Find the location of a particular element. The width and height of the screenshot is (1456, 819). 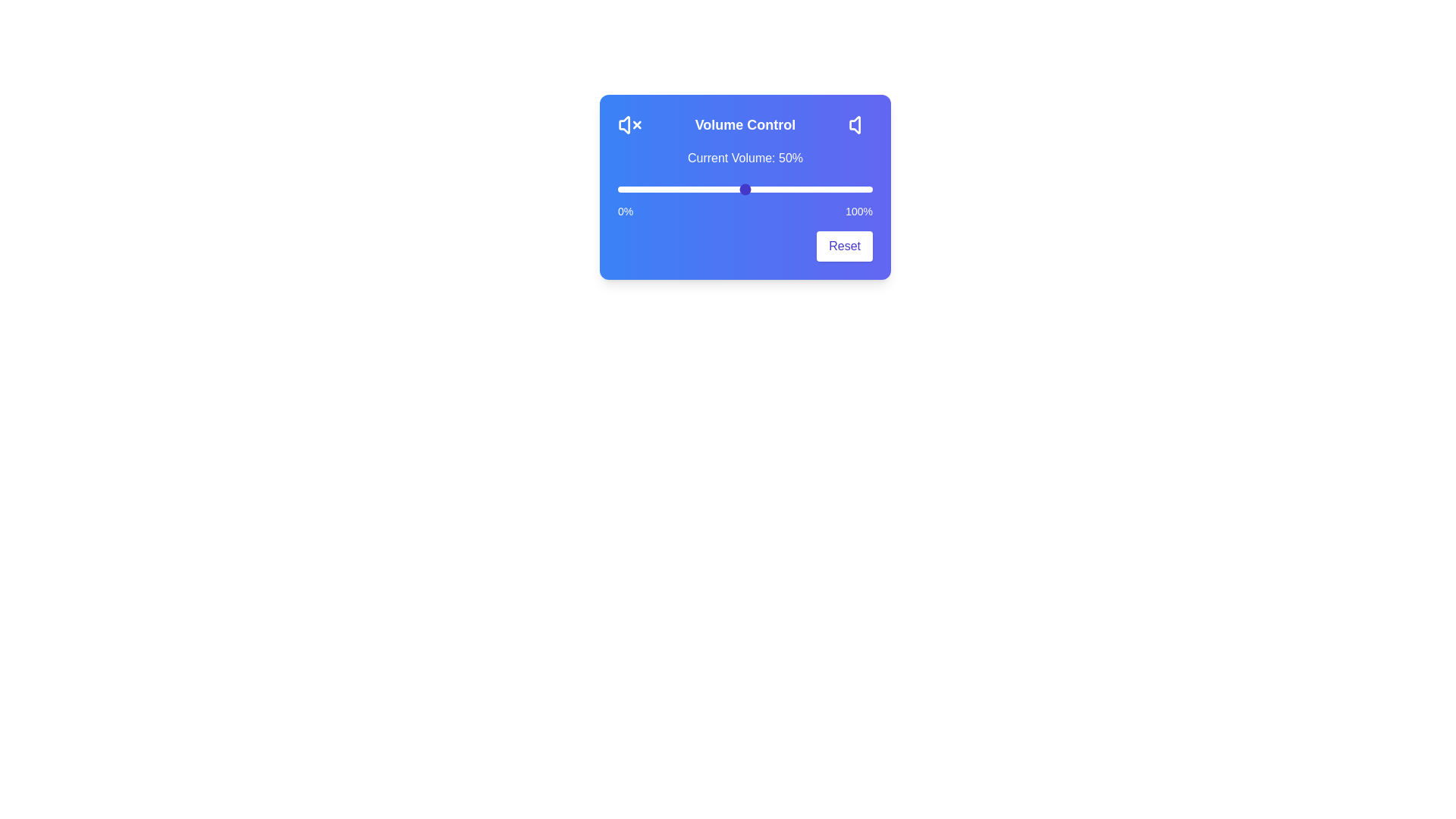

the volume slider to 21% is located at coordinates (670, 189).